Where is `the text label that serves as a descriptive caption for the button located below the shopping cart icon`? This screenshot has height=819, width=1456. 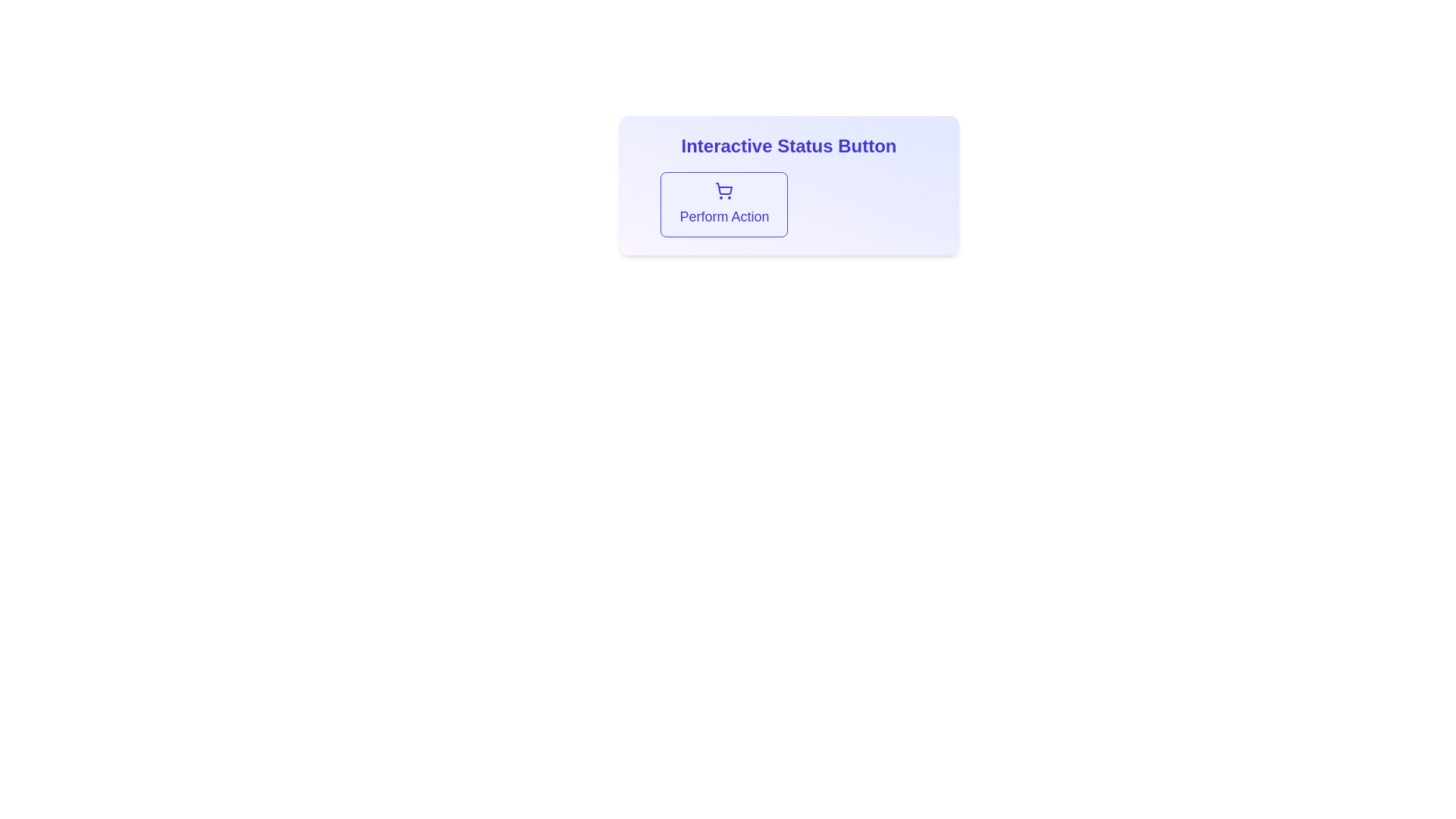
the text label that serves as a descriptive caption for the button located below the shopping cart icon is located at coordinates (723, 216).